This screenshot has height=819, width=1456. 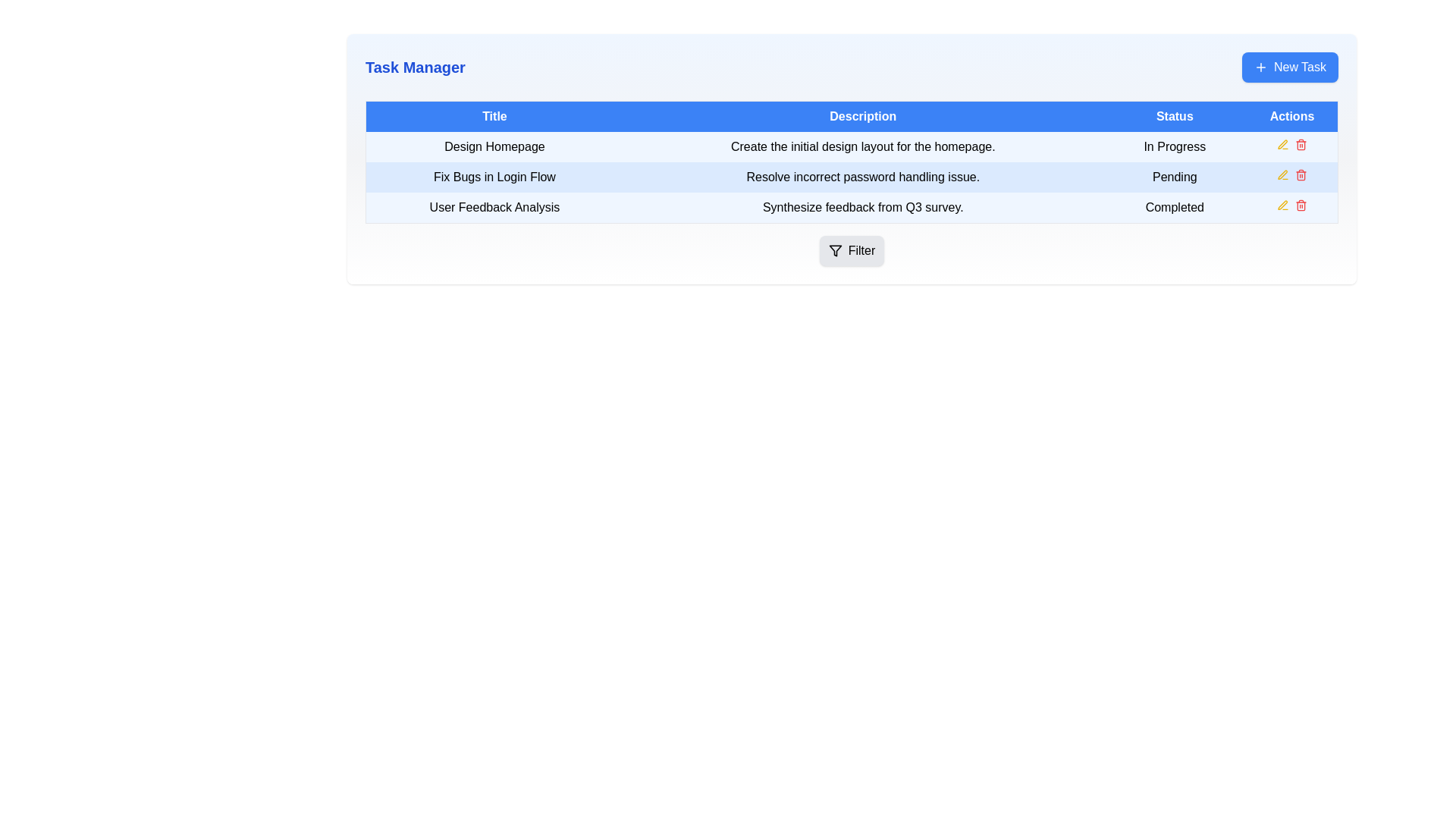 I want to click on the 'Task Manager' text label displayed in bold, extra-large blue font located in the header section, so click(x=415, y=66).